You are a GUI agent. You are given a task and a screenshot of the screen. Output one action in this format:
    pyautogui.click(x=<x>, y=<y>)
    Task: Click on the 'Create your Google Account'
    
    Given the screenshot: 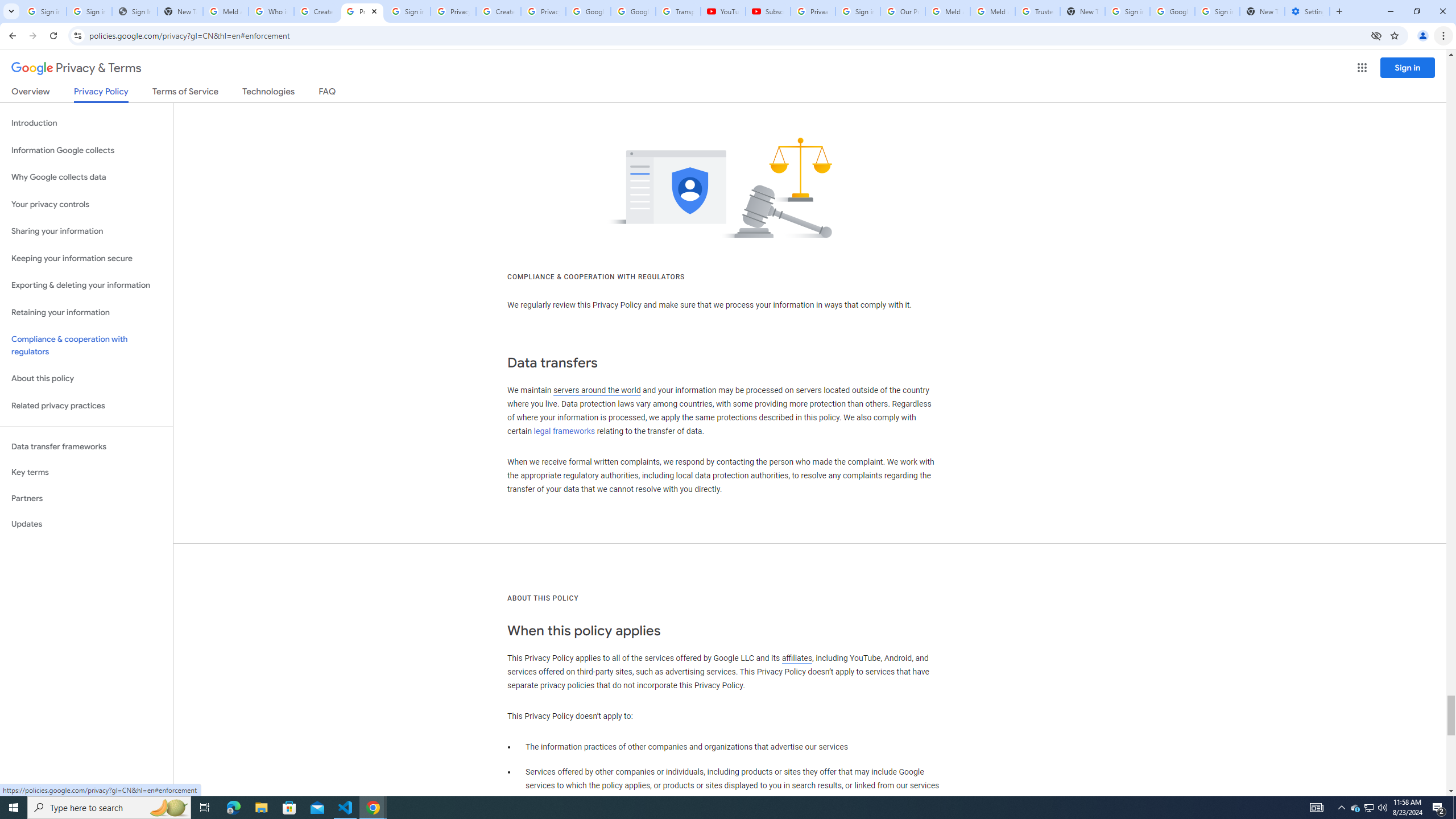 What is the action you would take?
    pyautogui.click(x=316, y=11)
    